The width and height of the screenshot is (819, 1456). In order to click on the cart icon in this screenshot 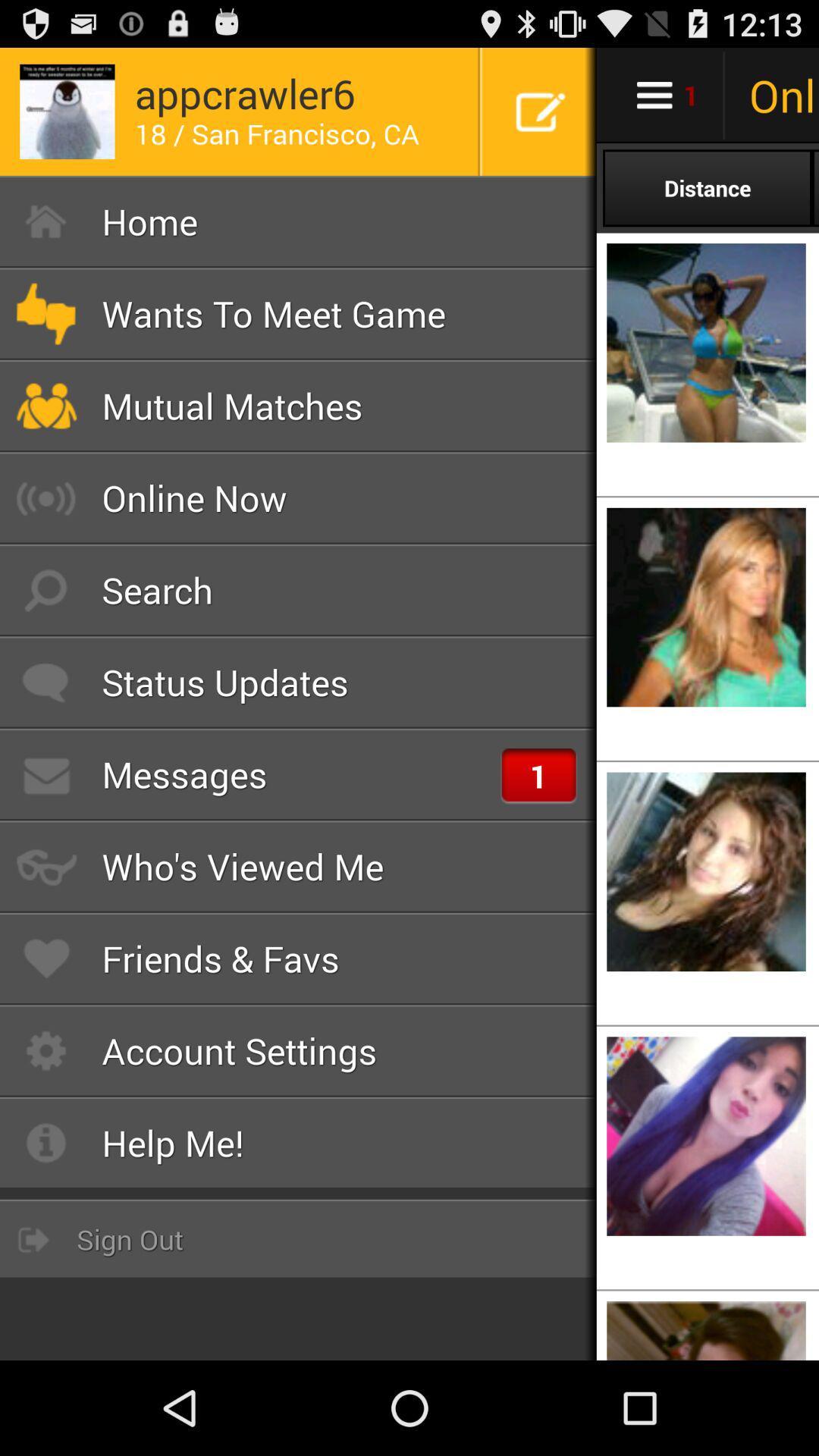, I will do `click(708, 101)`.